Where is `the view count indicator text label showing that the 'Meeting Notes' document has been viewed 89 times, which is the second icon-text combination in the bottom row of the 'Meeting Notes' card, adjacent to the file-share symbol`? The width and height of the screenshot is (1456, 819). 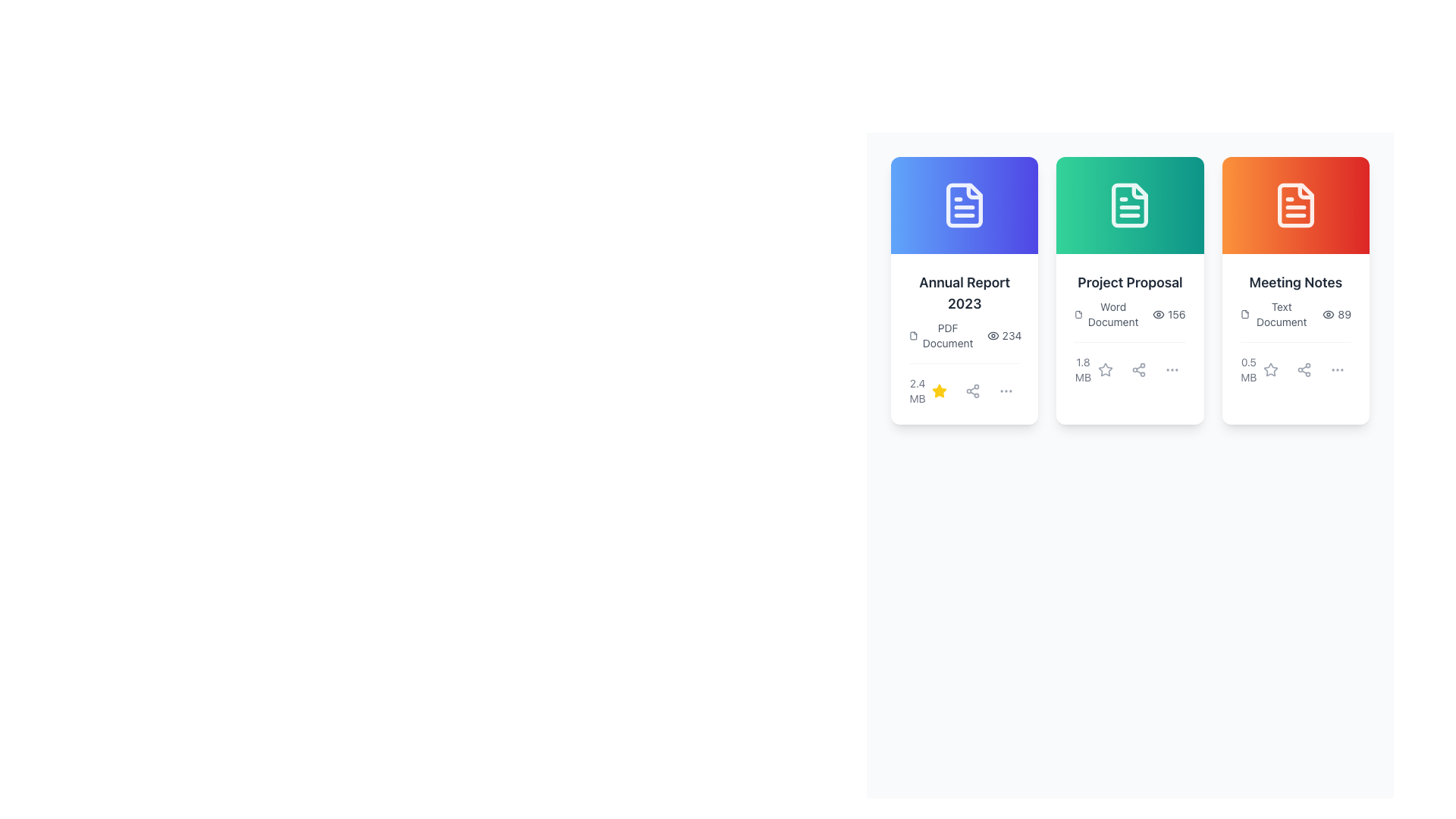
the view count indicator text label showing that the 'Meeting Notes' document has been viewed 89 times, which is the second icon-text combination in the bottom row of the 'Meeting Notes' card, adjacent to the file-share symbol is located at coordinates (1337, 314).